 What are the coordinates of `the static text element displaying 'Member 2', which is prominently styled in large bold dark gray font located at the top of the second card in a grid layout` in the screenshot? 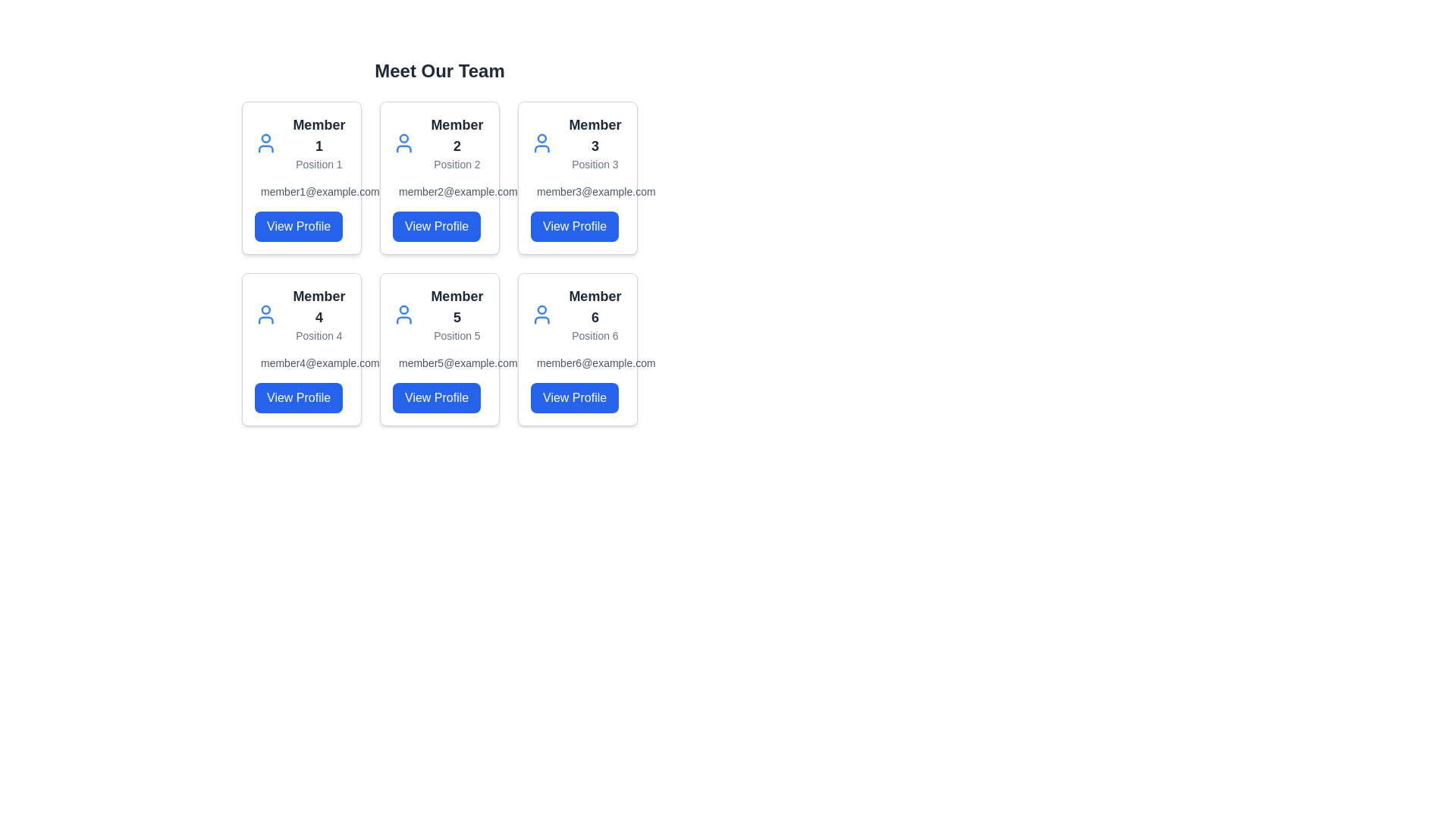 It's located at (456, 134).